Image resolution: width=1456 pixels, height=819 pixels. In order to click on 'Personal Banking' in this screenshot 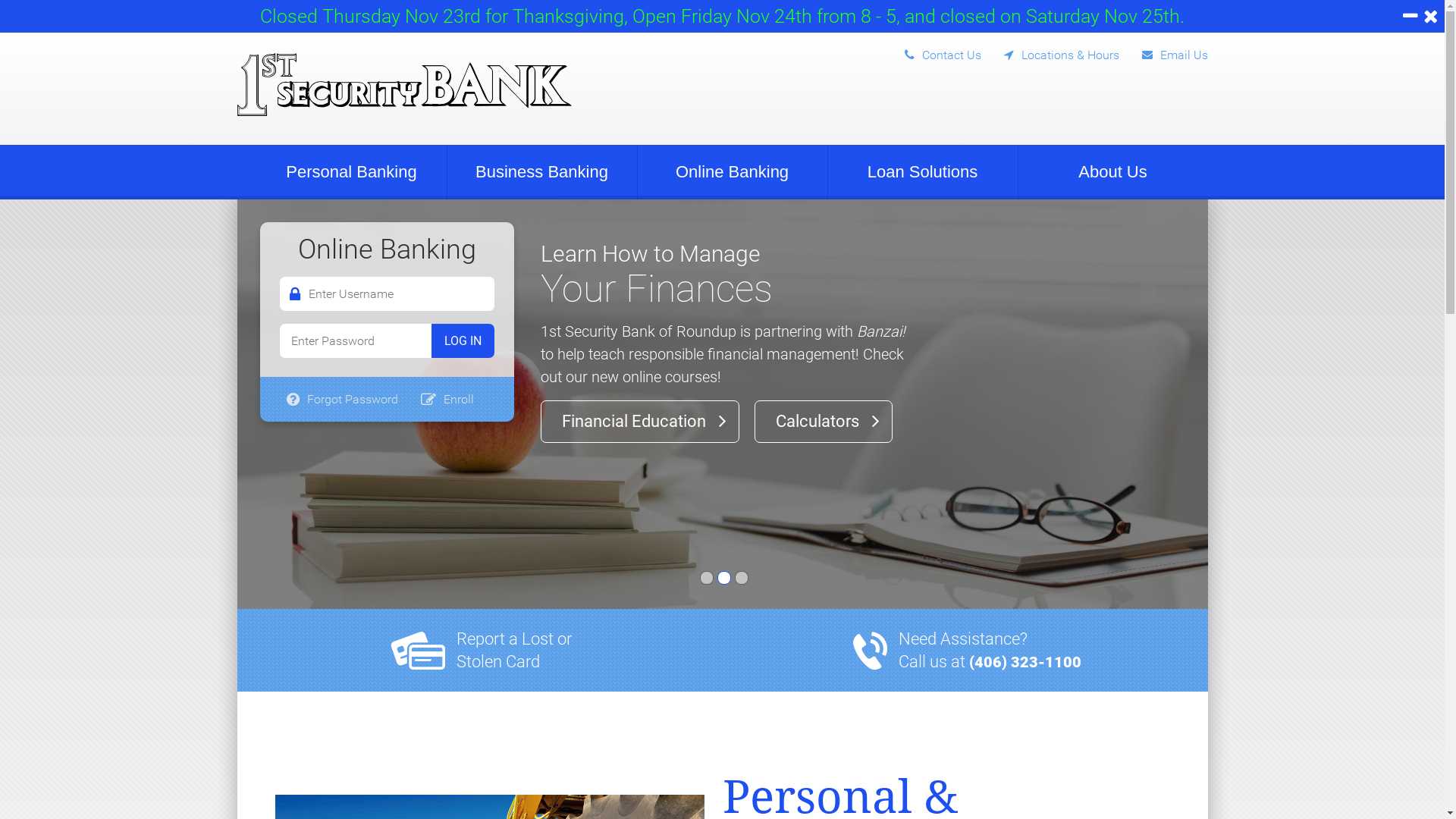, I will do `click(350, 171)`.